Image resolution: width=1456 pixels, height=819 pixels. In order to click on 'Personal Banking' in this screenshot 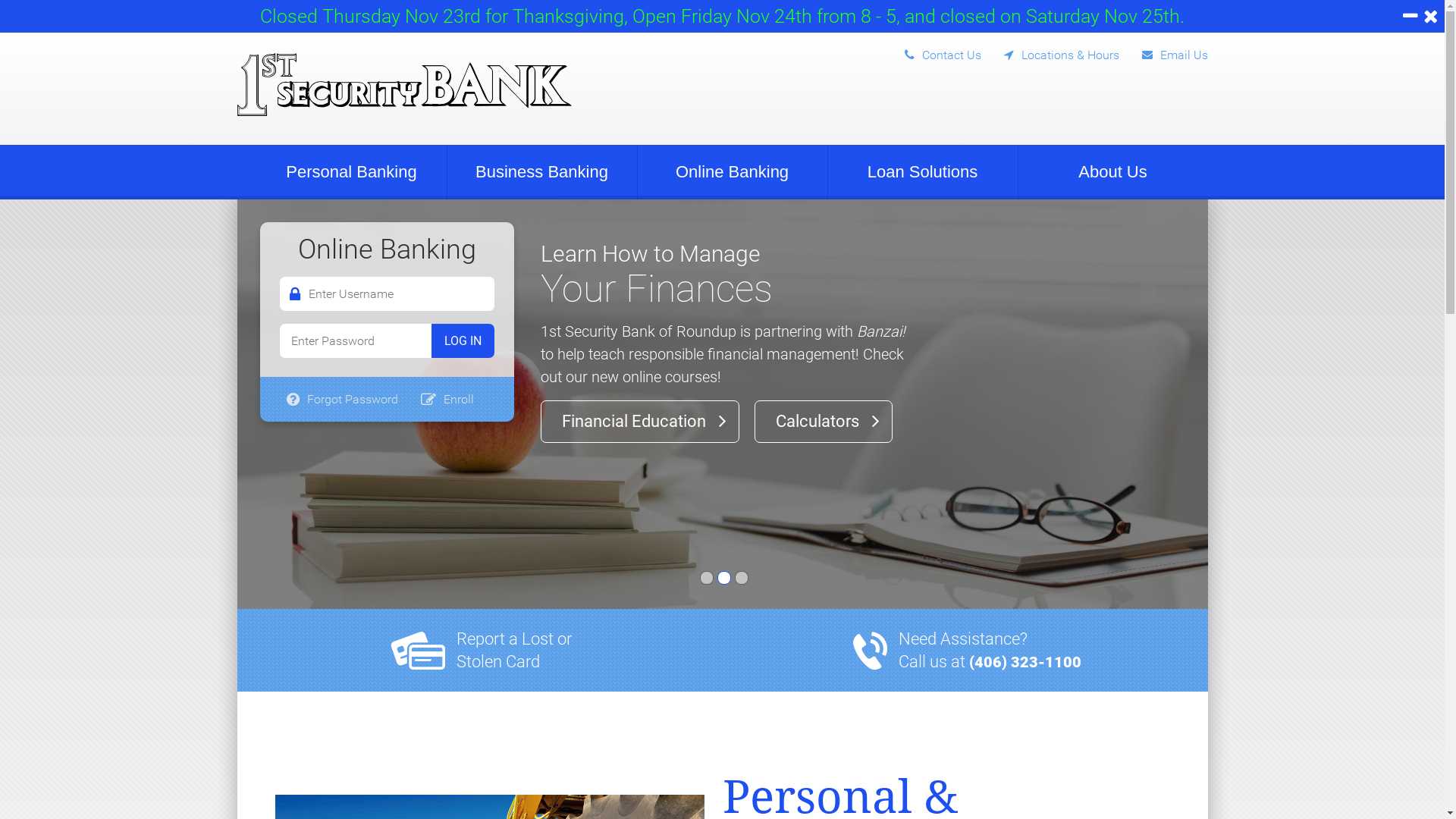, I will do `click(350, 171)`.